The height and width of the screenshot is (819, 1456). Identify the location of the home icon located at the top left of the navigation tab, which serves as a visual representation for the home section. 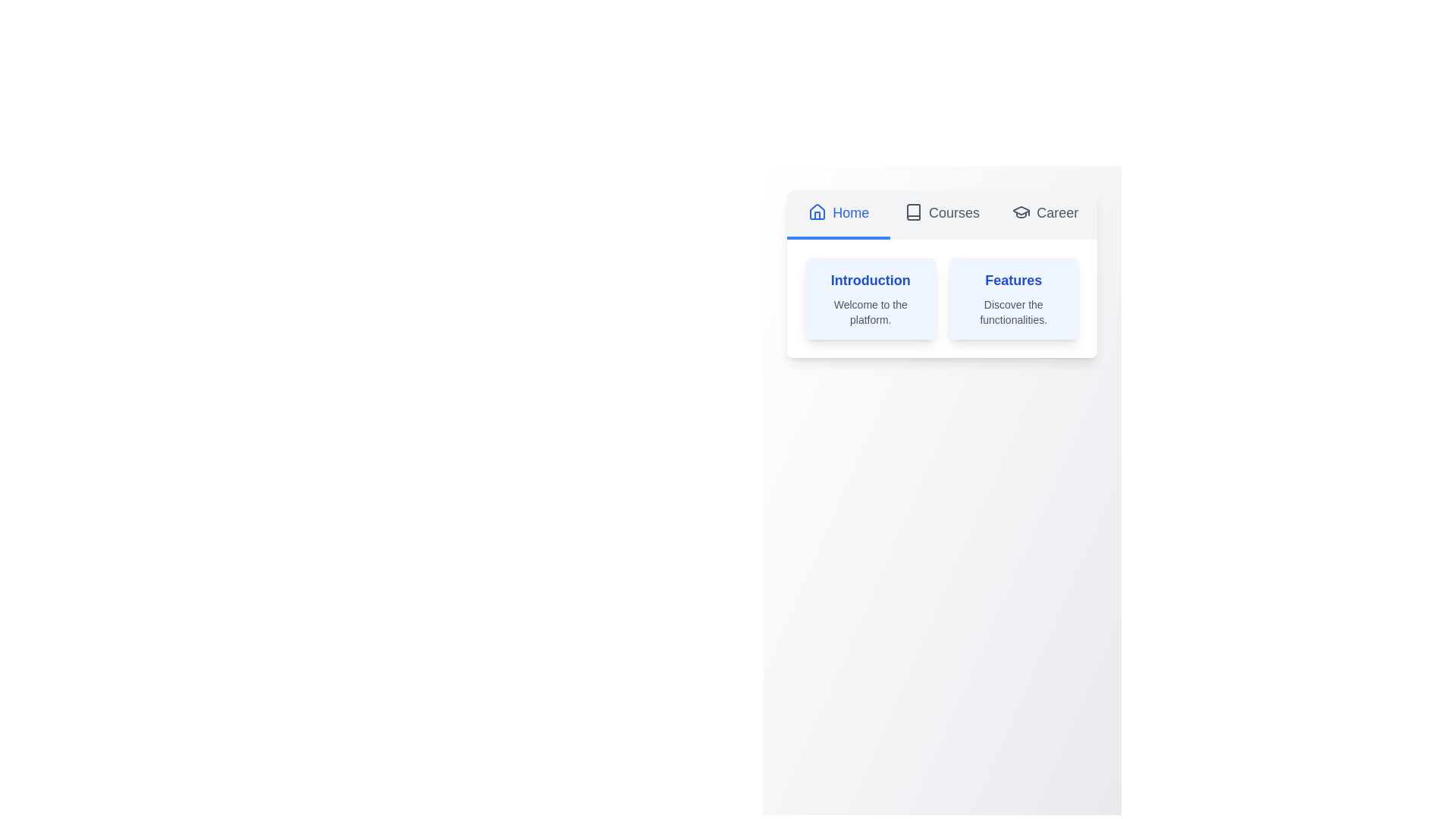
(817, 212).